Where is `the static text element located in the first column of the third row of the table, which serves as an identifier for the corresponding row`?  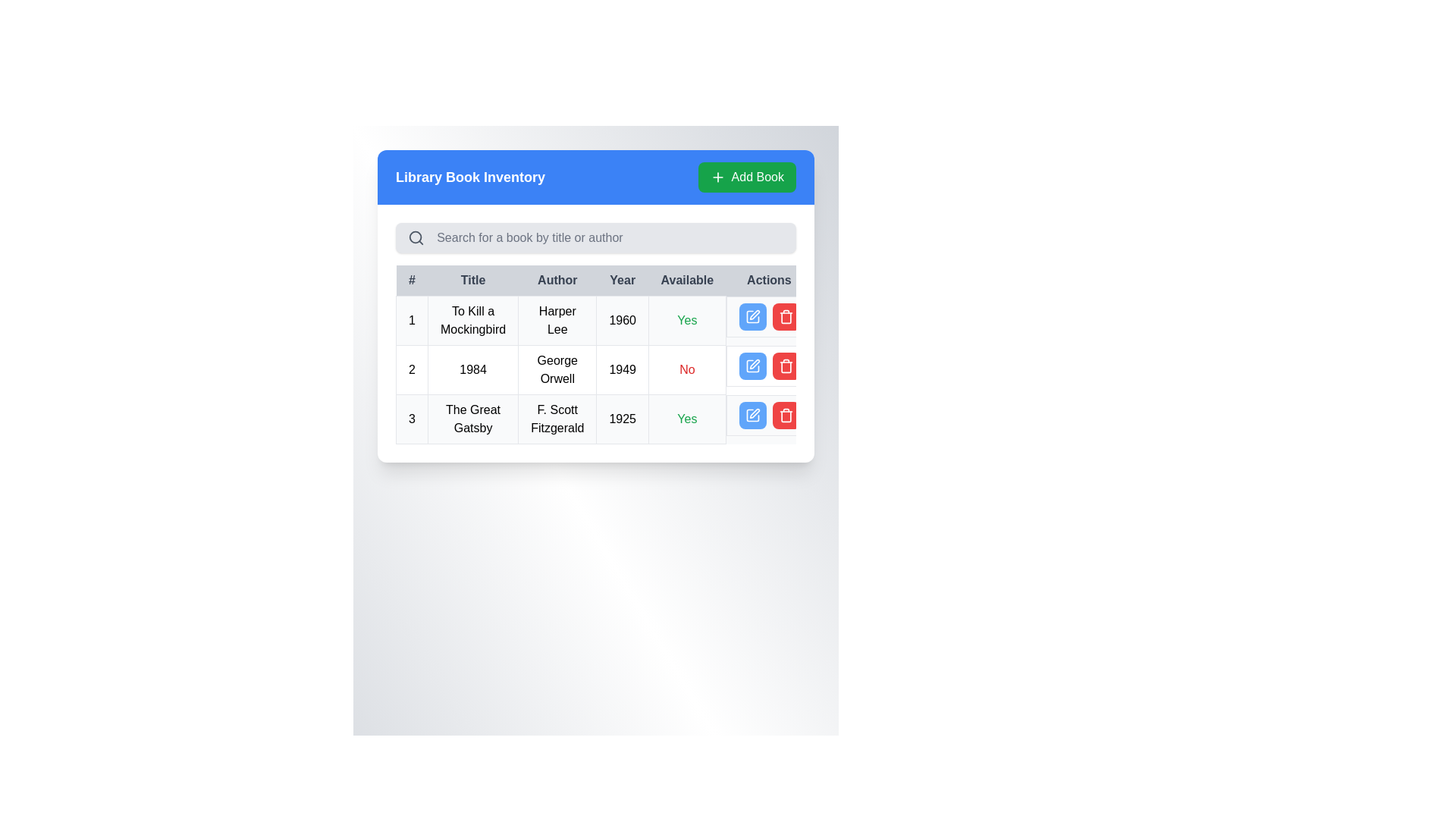 the static text element located in the first column of the third row of the table, which serves as an identifier for the corresponding row is located at coordinates (412, 419).